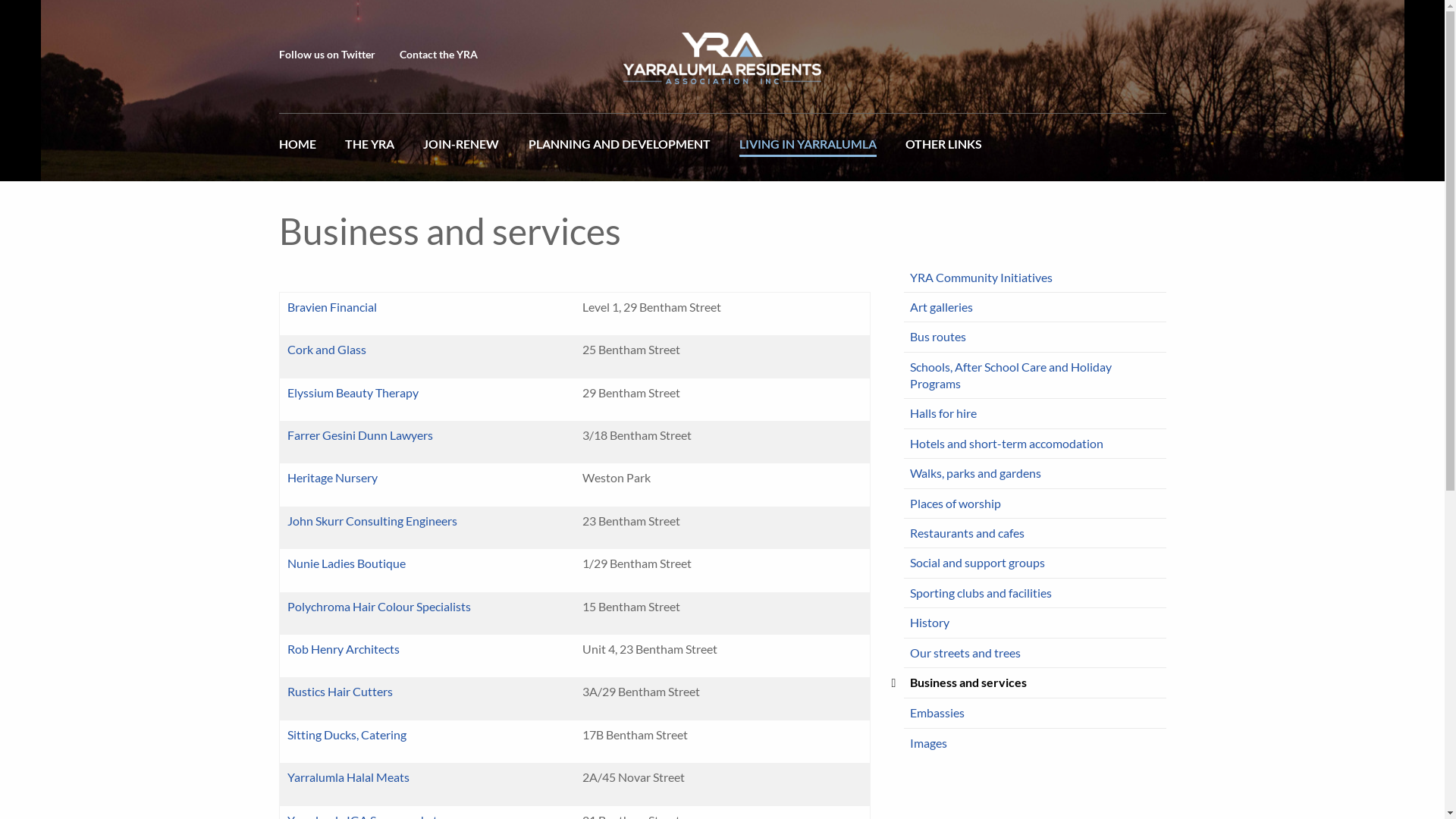  Describe the element at coordinates (345, 733) in the screenshot. I see `'Sitting Ducks, Catering'` at that location.